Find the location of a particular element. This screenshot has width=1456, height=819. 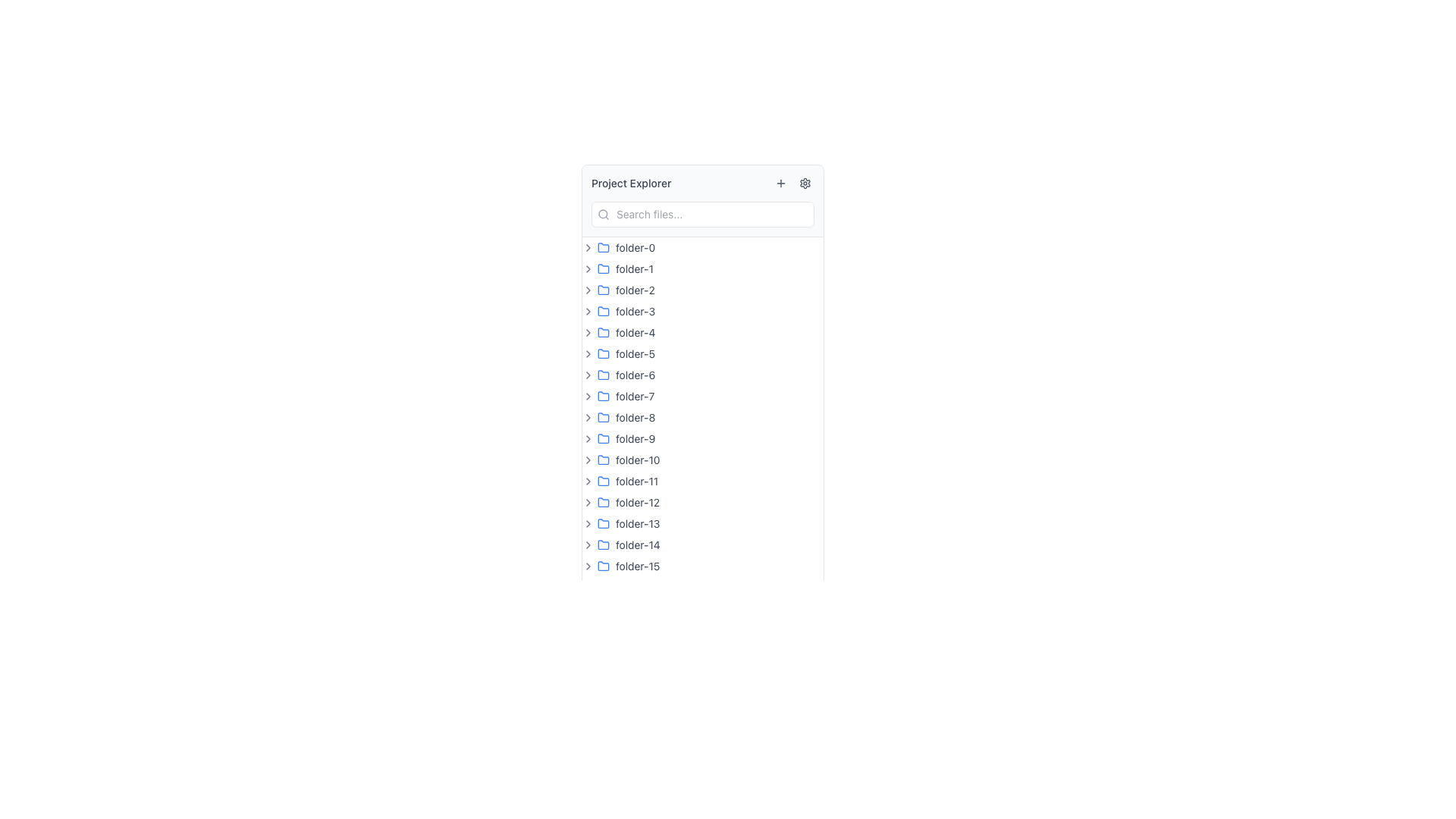

the blue folder icon for 'folder-7', which is located to the left of the text label 'folder-7' is located at coordinates (603, 396).